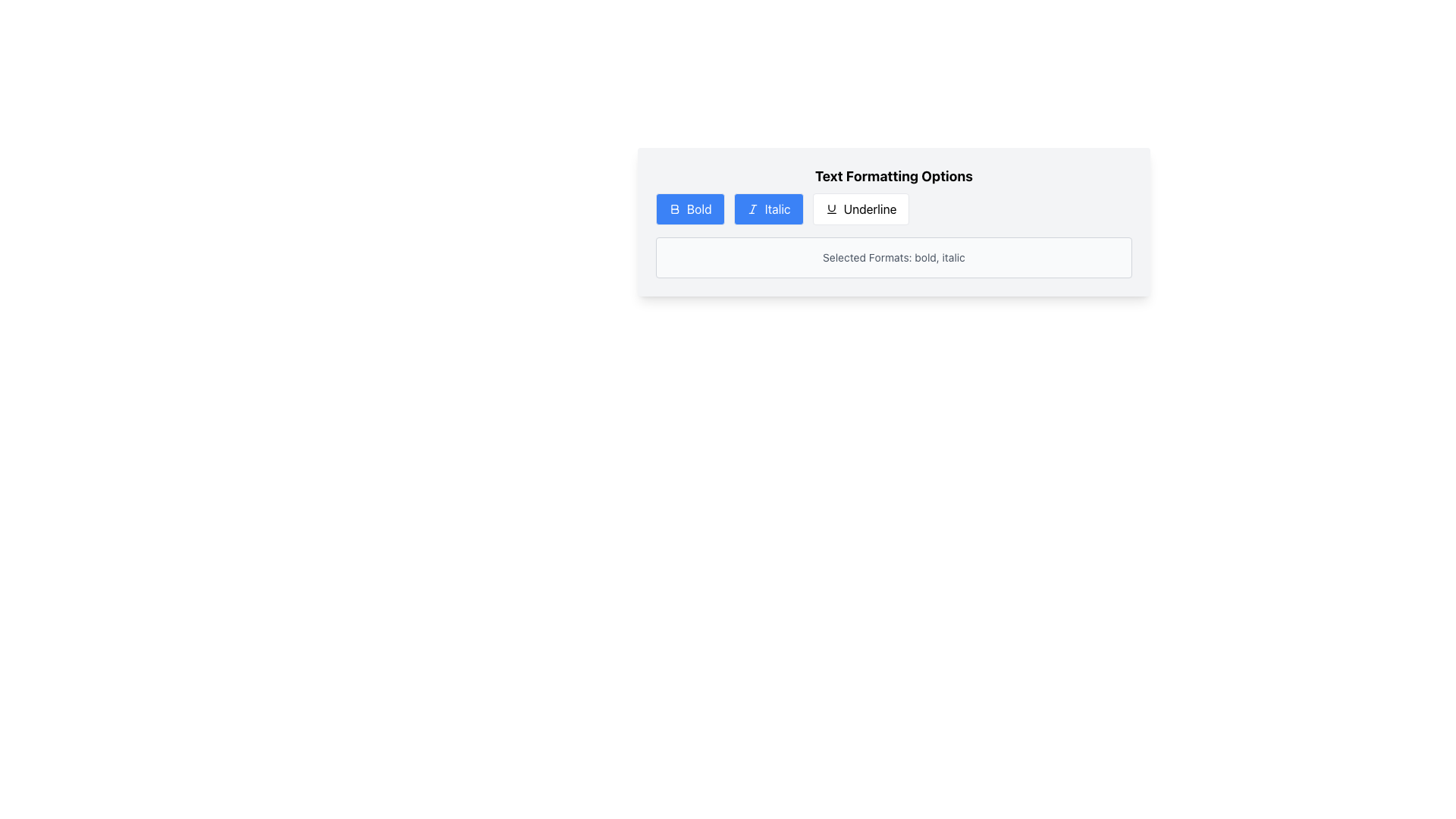  Describe the element at coordinates (752, 209) in the screenshot. I see `the italic text formatting icon, which is part of the blue 'Italic' button labeled with white text, positioned in the middle of a horizontal button group next to the 'Bold' and 'Underline' buttons` at that location.